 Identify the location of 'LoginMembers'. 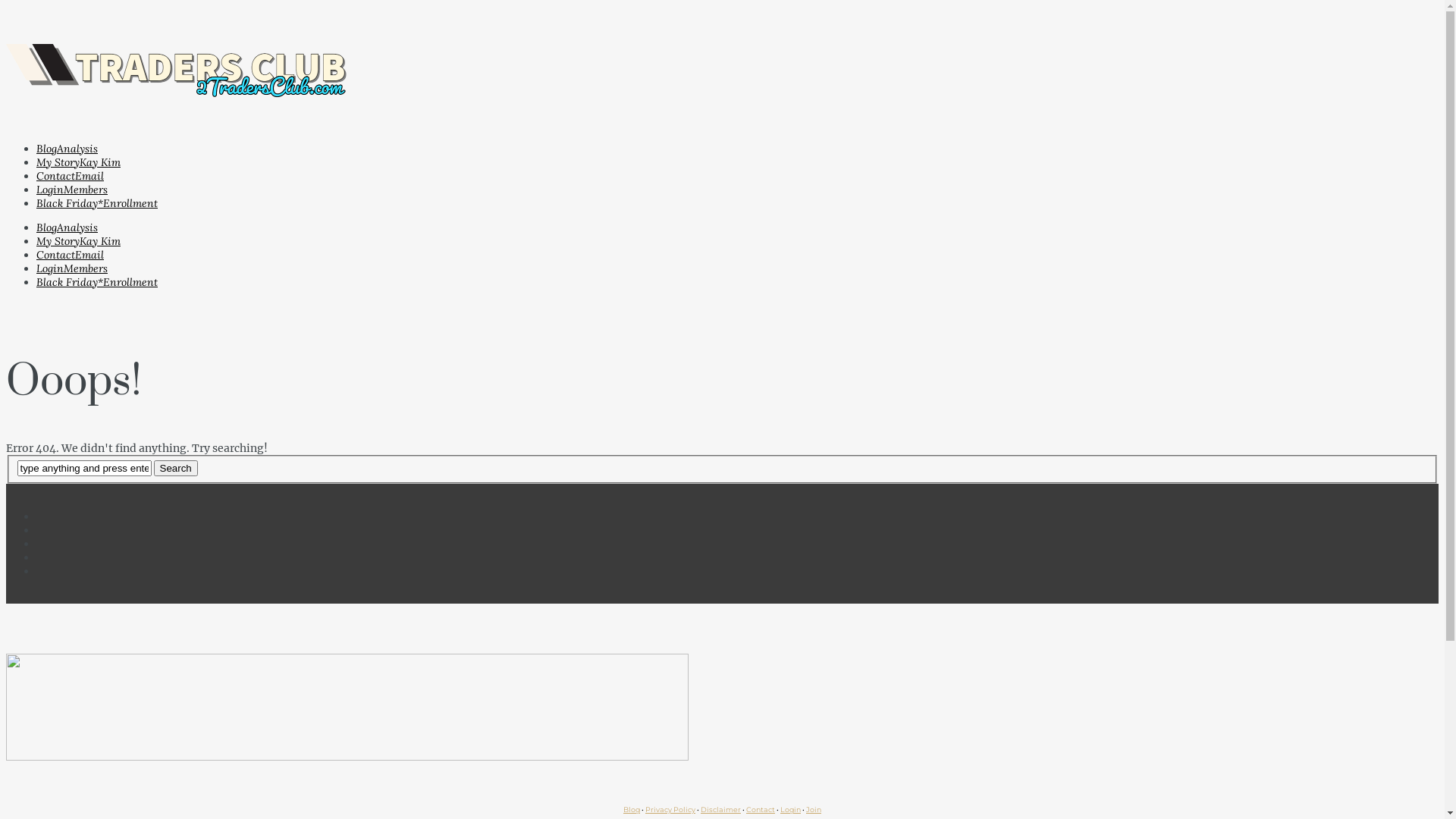
(71, 188).